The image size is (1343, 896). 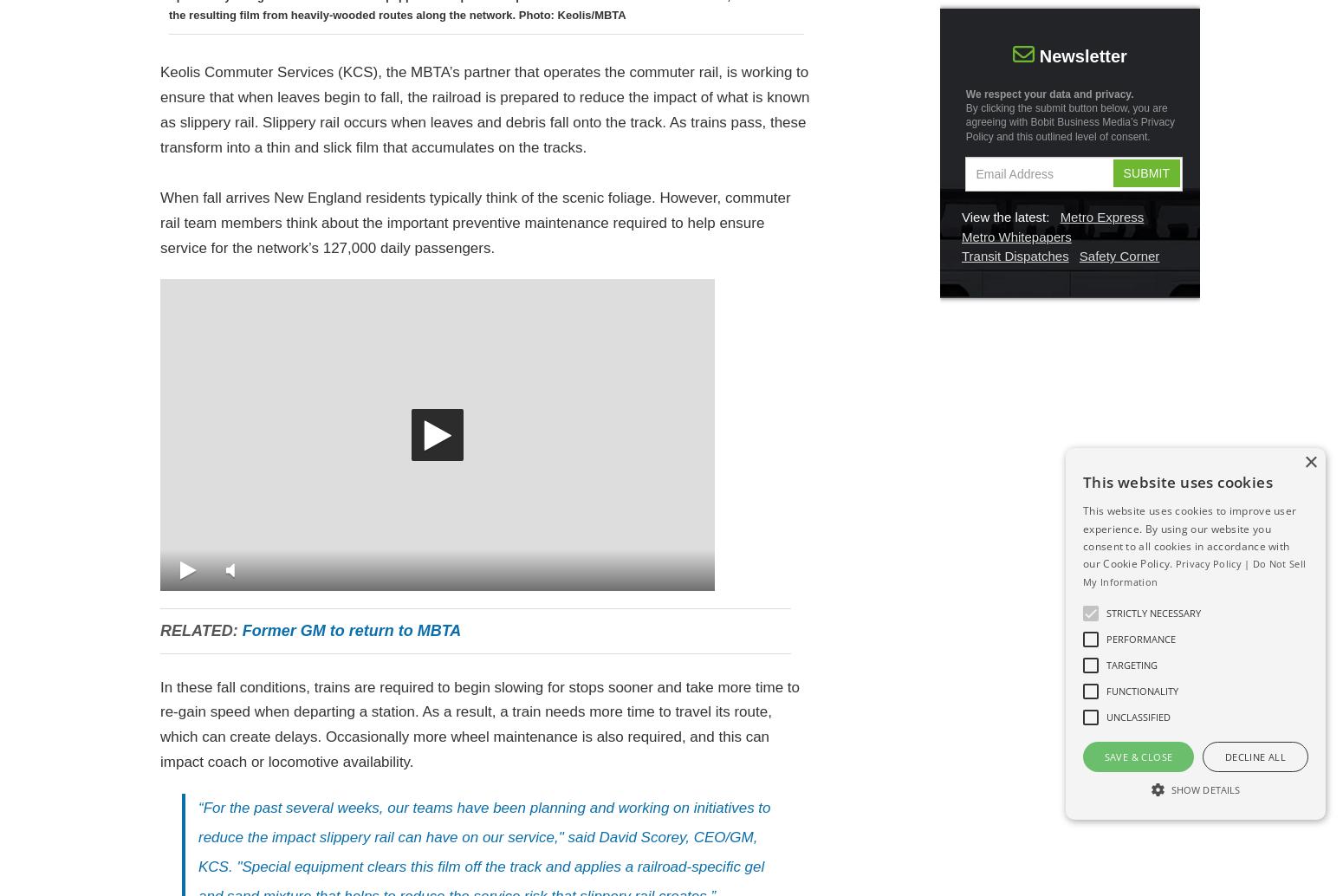 What do you see at coordinates (1131, 664) in the screenshot?
I see `'Targeting'` at bounding box center [1131, 664].